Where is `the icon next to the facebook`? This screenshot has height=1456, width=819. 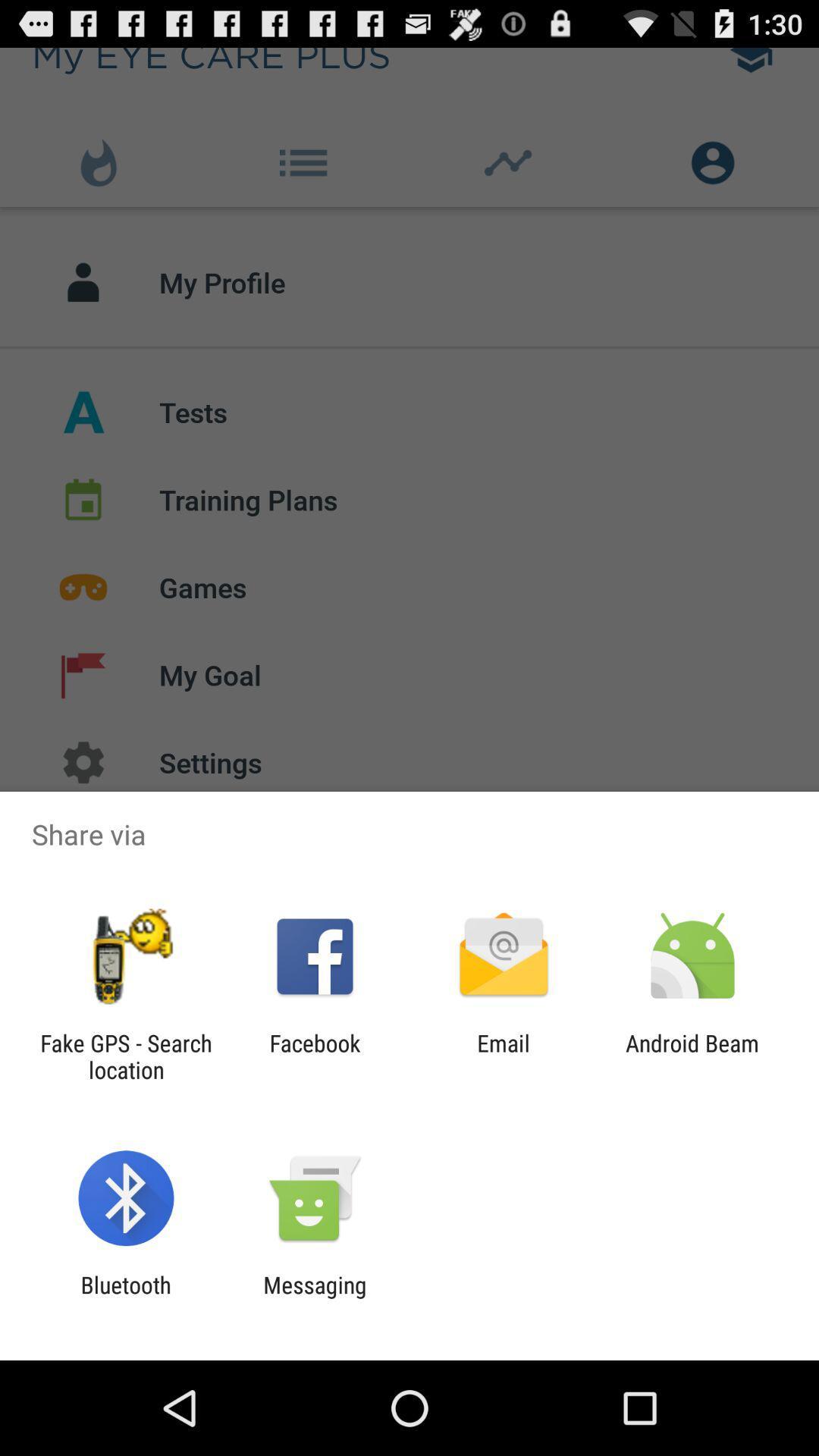
the icon next to the facebook is located at coordinates (504, 1056).